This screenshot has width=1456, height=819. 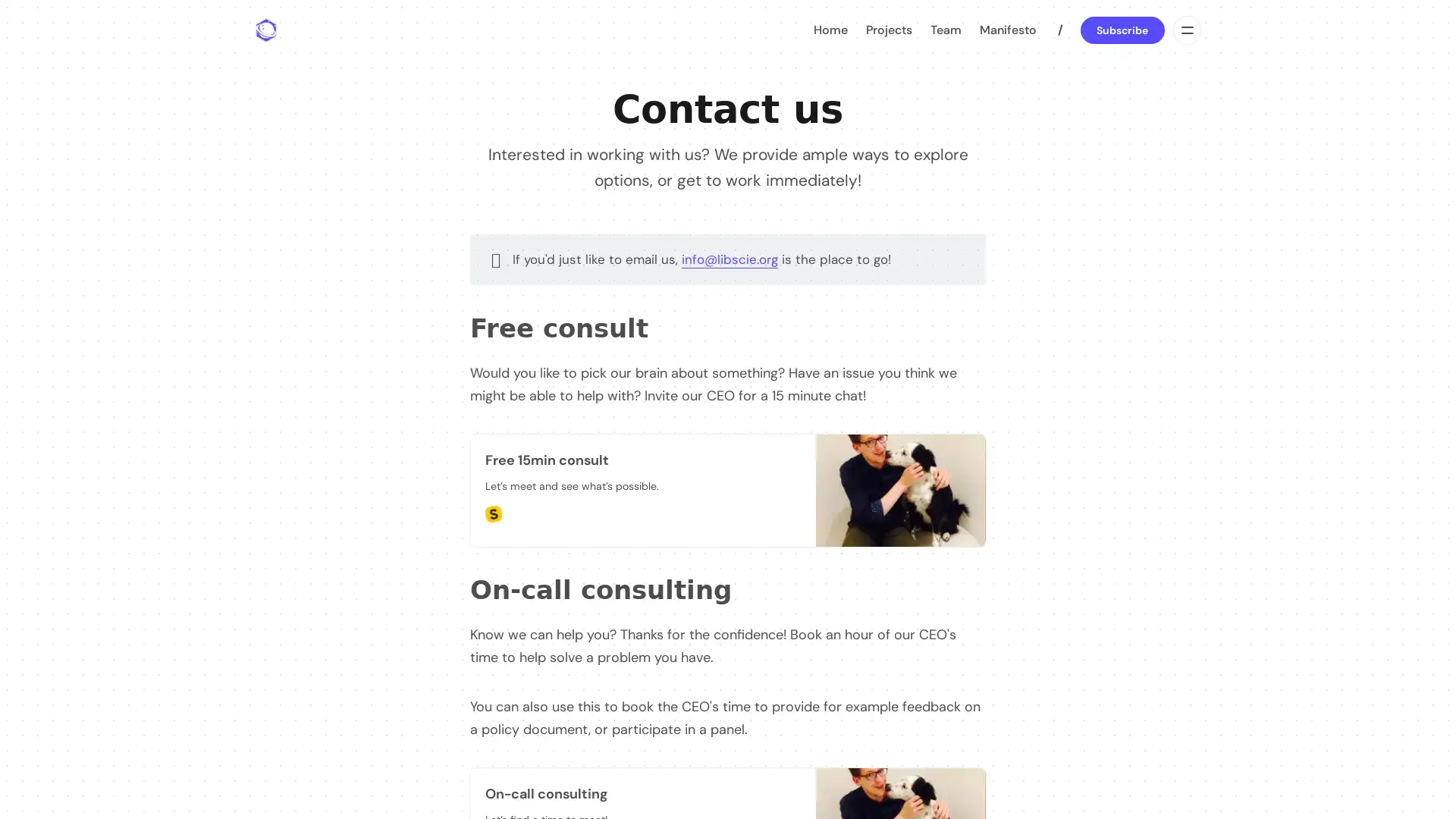 What do you see at coordinates (1185, 30) in the screenshot?
I see `Menu` at bounding box center [1185, 30].